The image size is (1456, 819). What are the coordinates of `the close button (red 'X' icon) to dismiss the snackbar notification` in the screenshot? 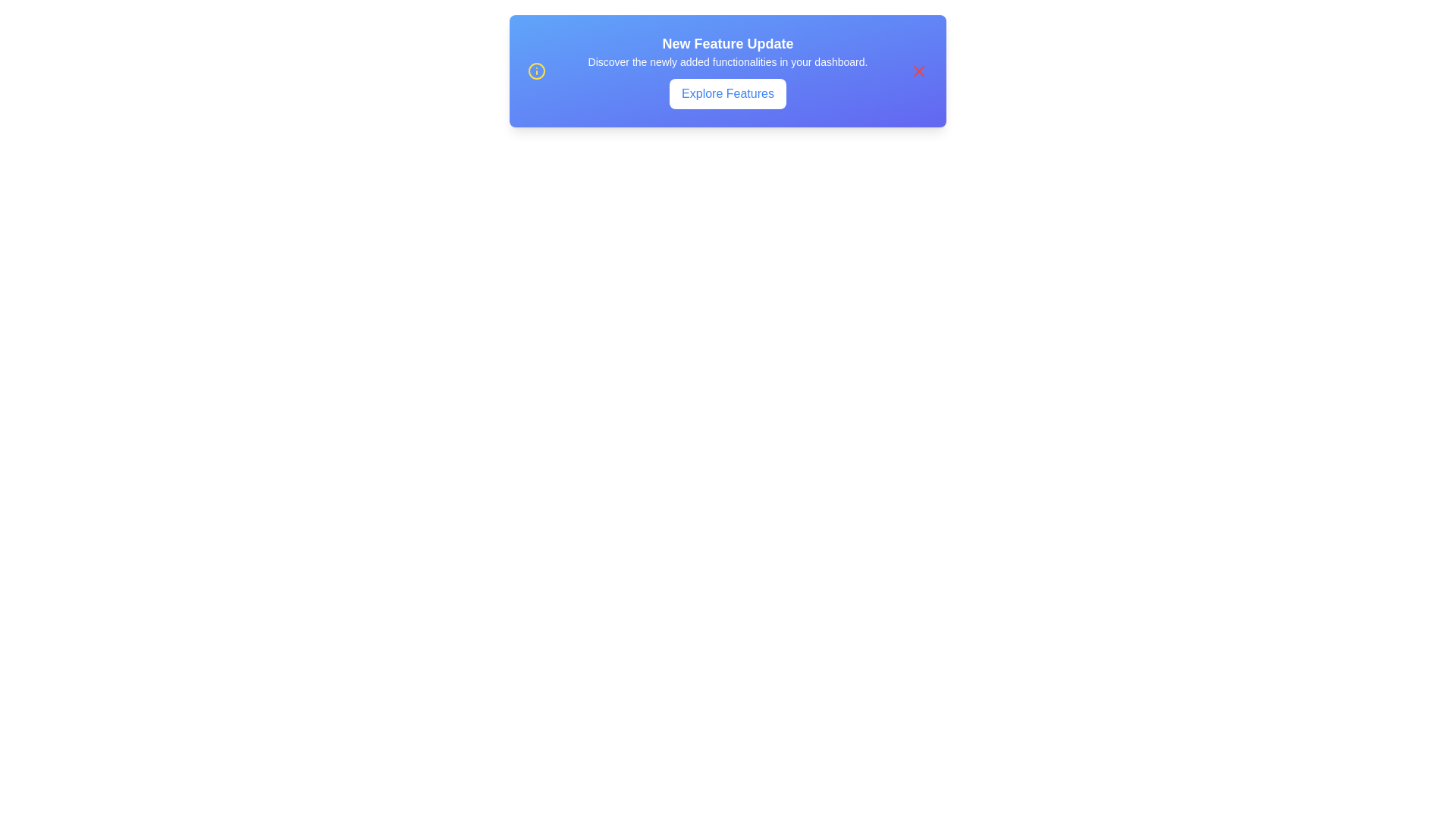 It's located at (918, 71).